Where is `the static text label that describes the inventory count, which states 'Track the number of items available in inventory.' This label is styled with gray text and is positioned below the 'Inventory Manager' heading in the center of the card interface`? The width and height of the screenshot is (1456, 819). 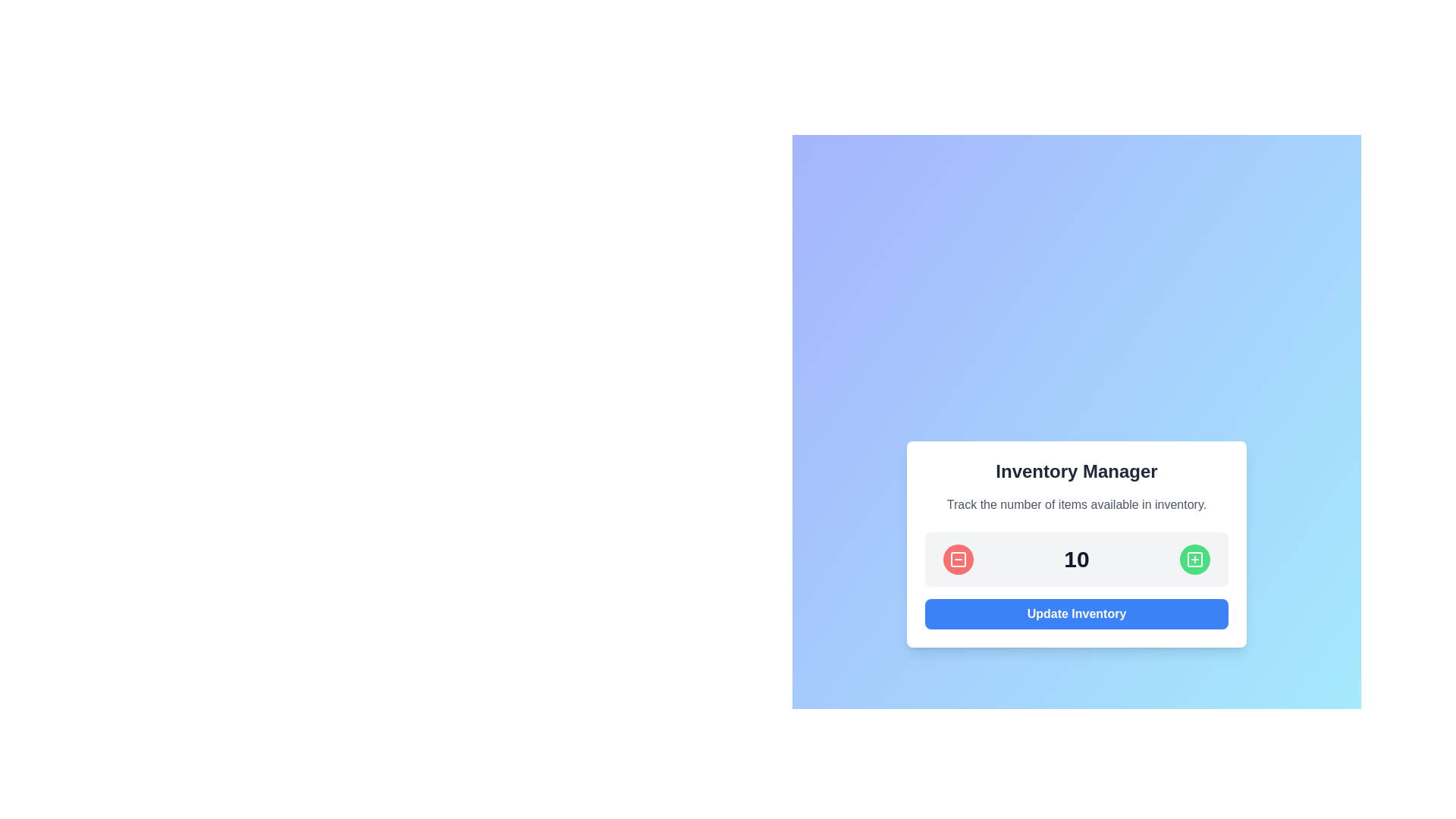
the static text label that describes the inventory count, which states 'Track the number of items available in inventory.' This label is styled with gray text and is positioned below the 'Inventory Manager' heading in the center of the card interface is located at coordinates (1076, 505).